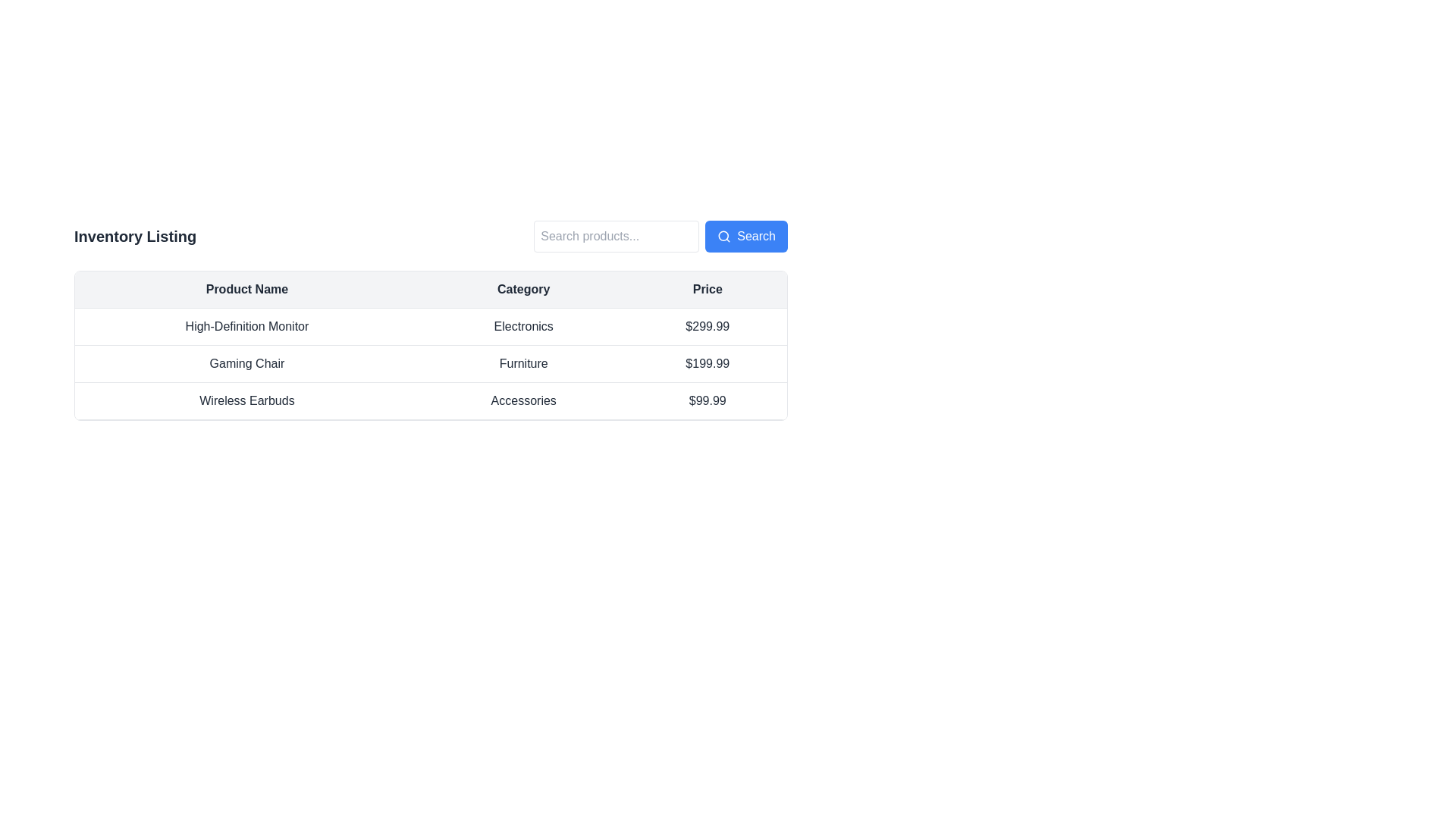  What do you see at coordinates (135, 237) in the screenshot?
I see `title text element located at the top left of the inventory display area` at bounding box center [135, 237].